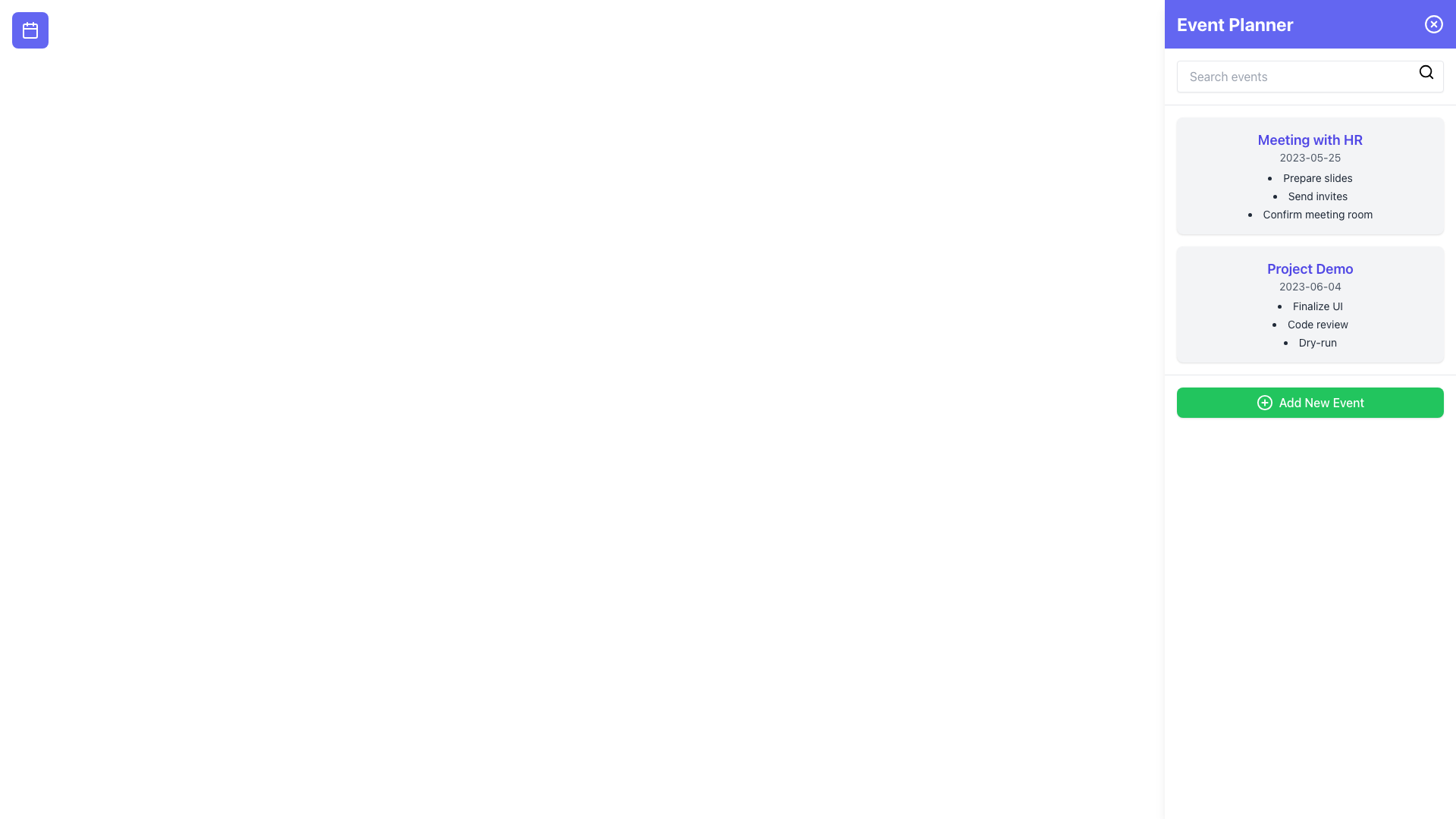  What do you see at coordinates (1426, 72) in the screenshot?
I see `the magnifying glass icon in the top-right corner of the search bar to trigger visual feedback` at bounding box center [1426, 72].